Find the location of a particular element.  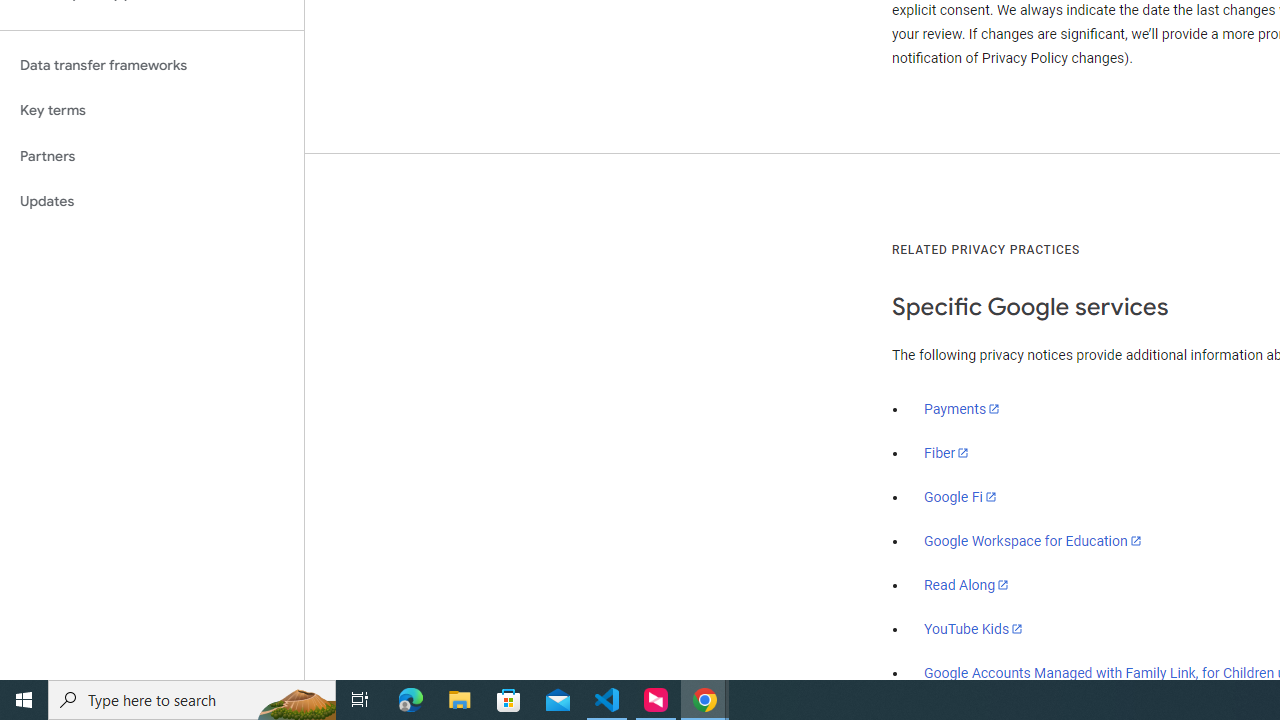

'Partners' is located at coordinates (151, 155).